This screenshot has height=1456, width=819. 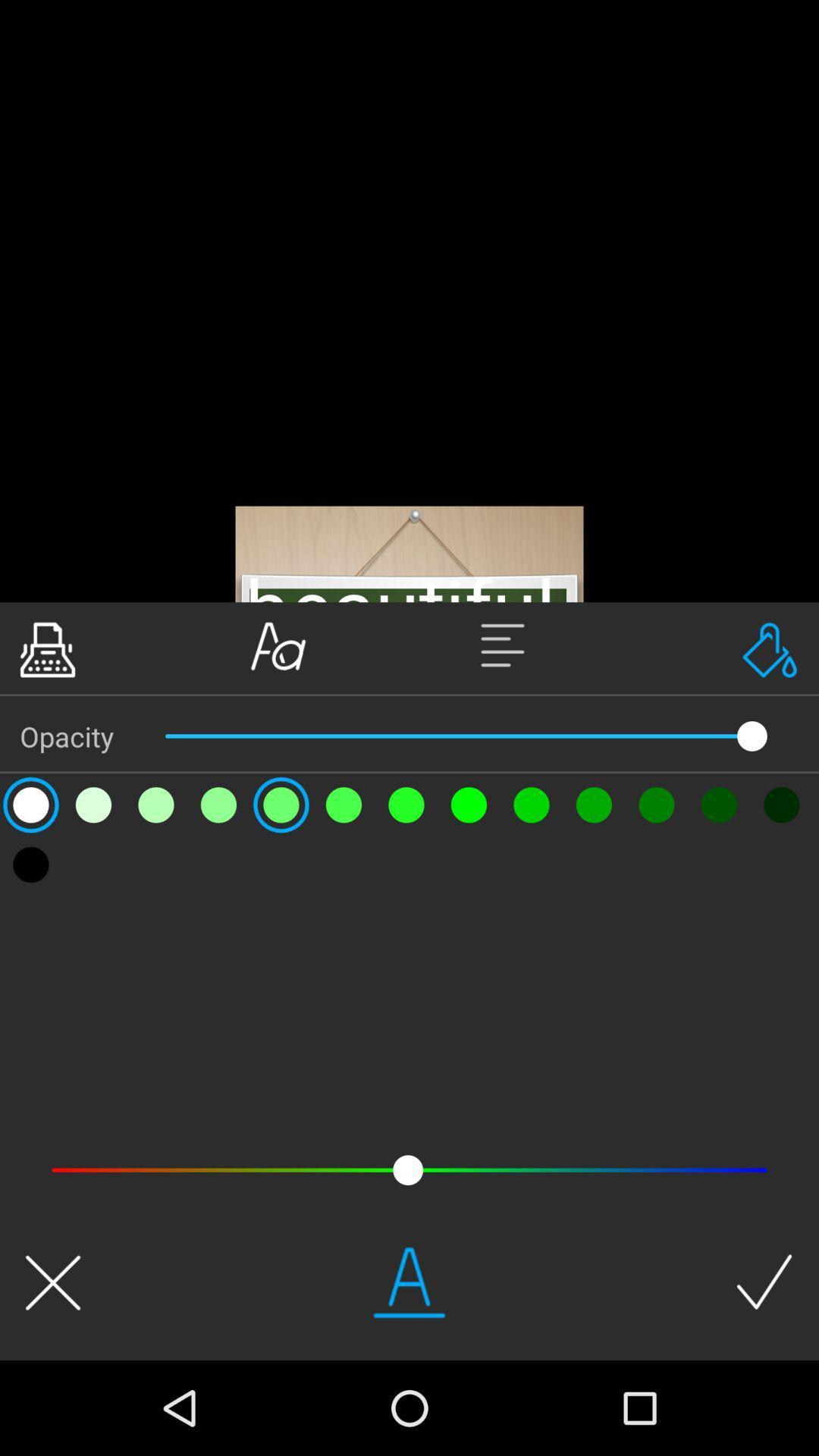 I want to click on the menu icon, so click(x=524, y=645).